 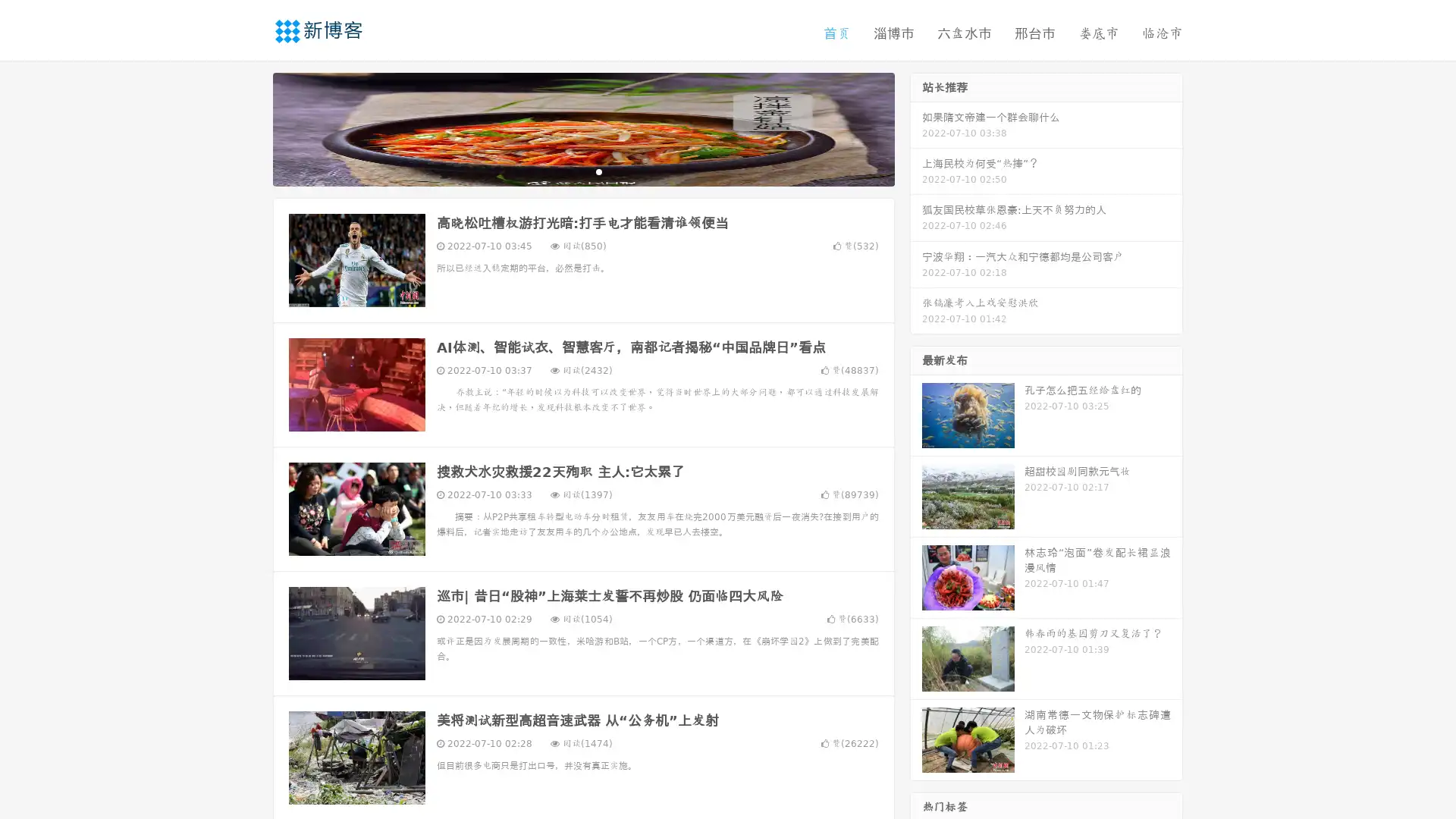 I want to click on Go to slide 2, so click(x=582, y=171).